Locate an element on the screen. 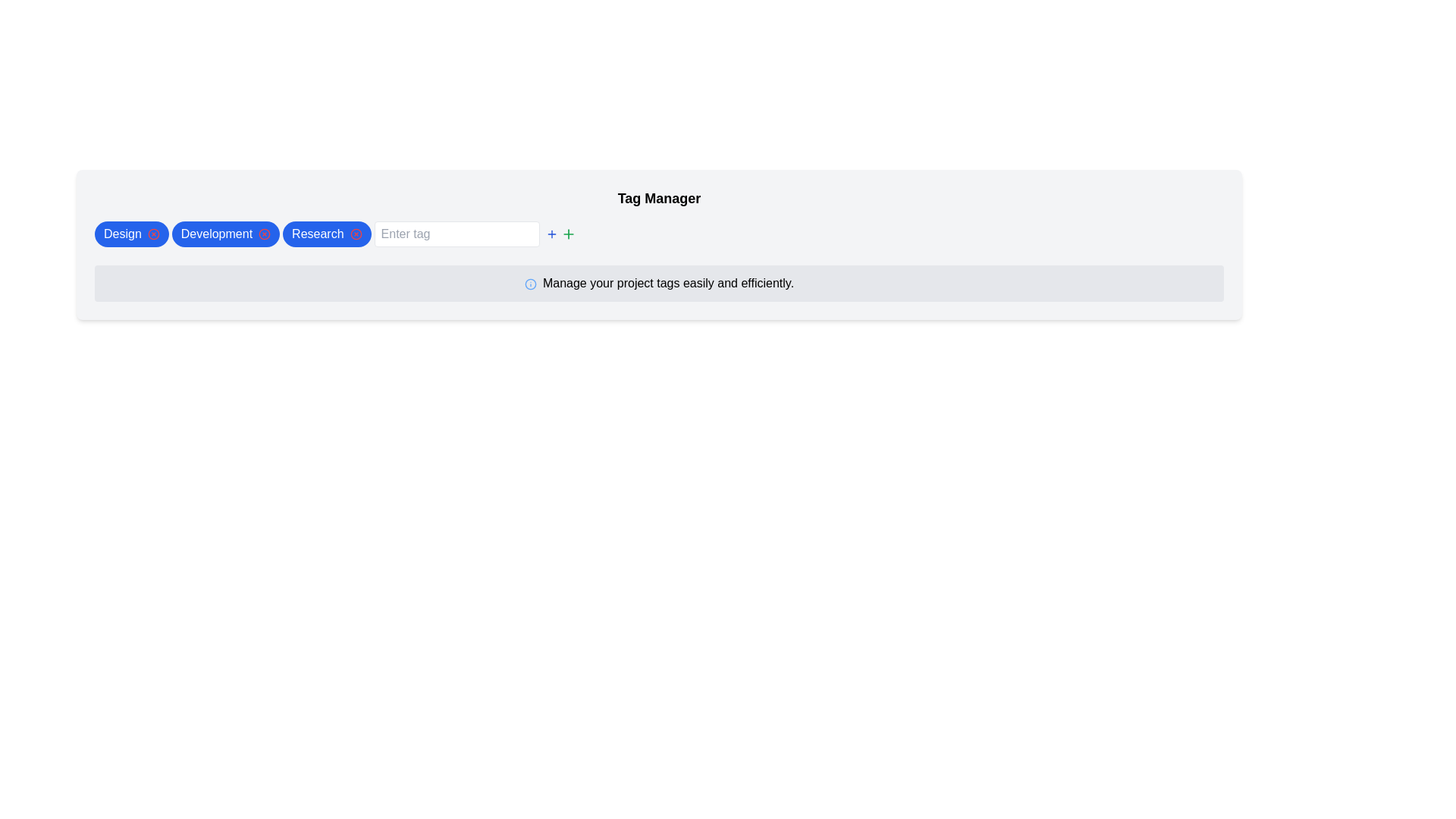 This screenshot has width=1456, height=819. the 'Research' button, which is the third button in a row of buttons labeled 'Design', 'Development', and 'Research', located near the top-center of the page is located at coordinates (326, 234).